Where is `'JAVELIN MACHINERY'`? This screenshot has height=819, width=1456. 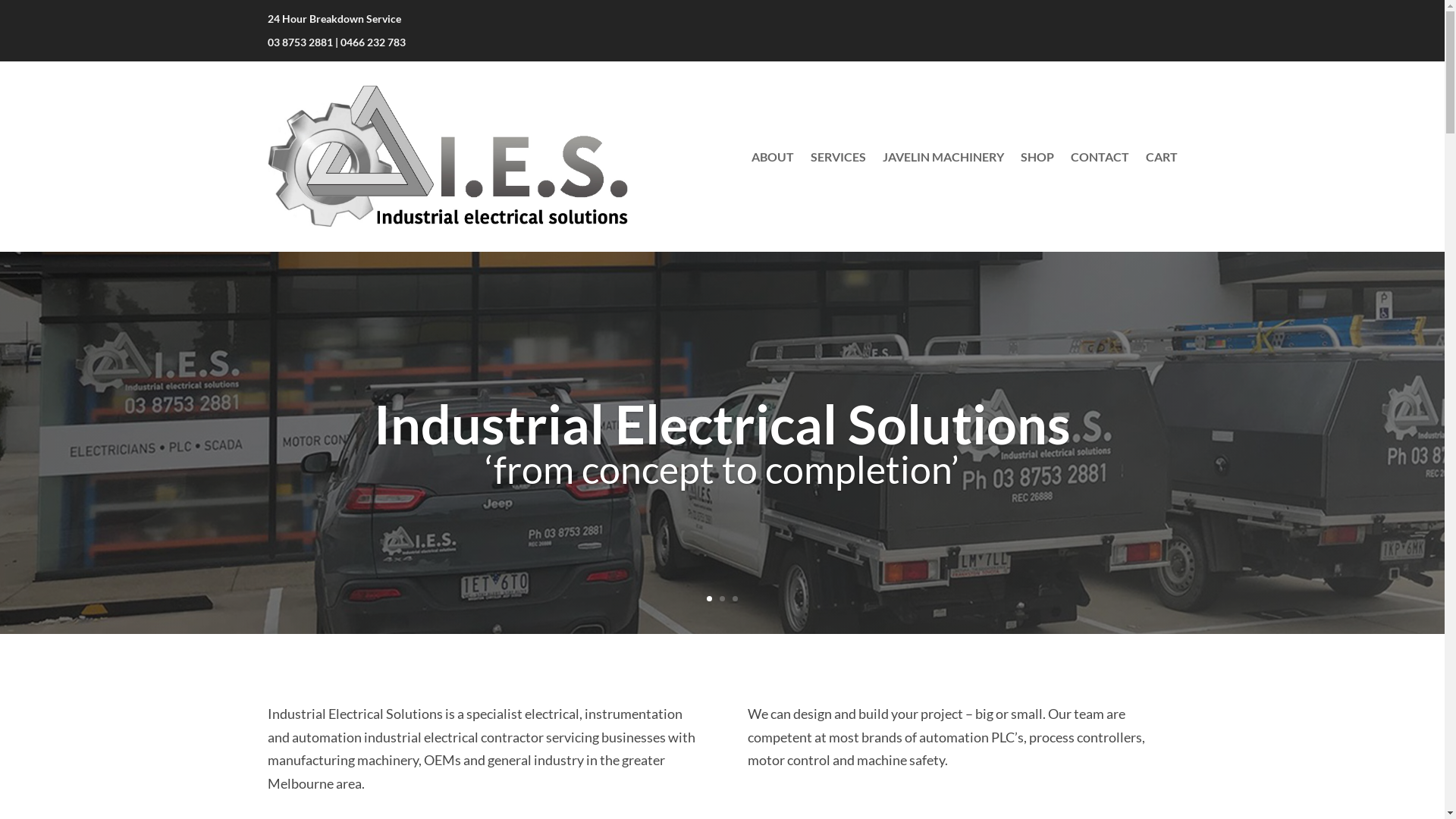 'JAVELIN MACHINERY' is located at coordinates (942, 156).